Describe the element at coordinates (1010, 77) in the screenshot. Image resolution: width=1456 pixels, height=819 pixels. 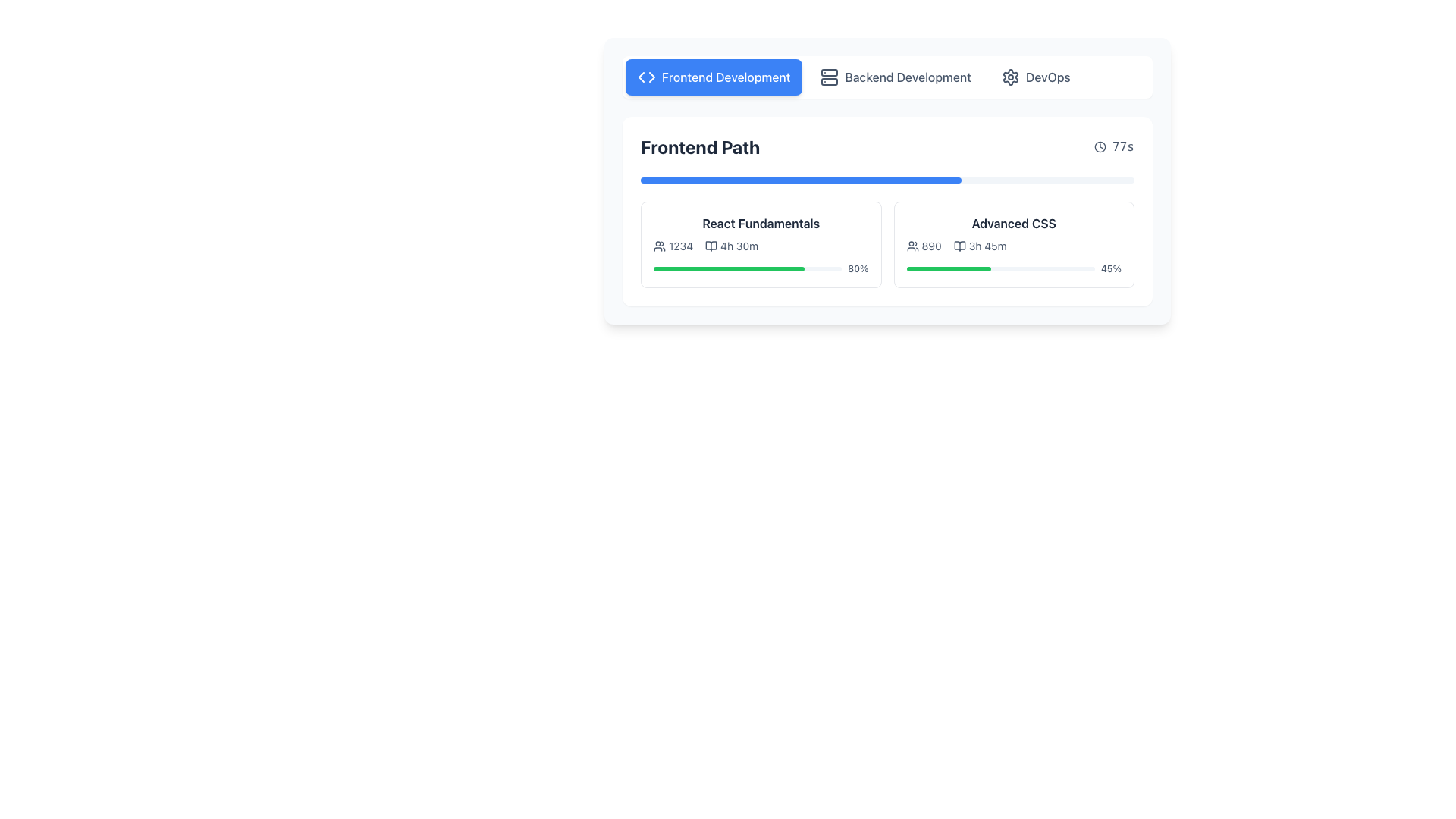
I see `the gear-shaped icon in the top-right corner of the card layout` at that location.